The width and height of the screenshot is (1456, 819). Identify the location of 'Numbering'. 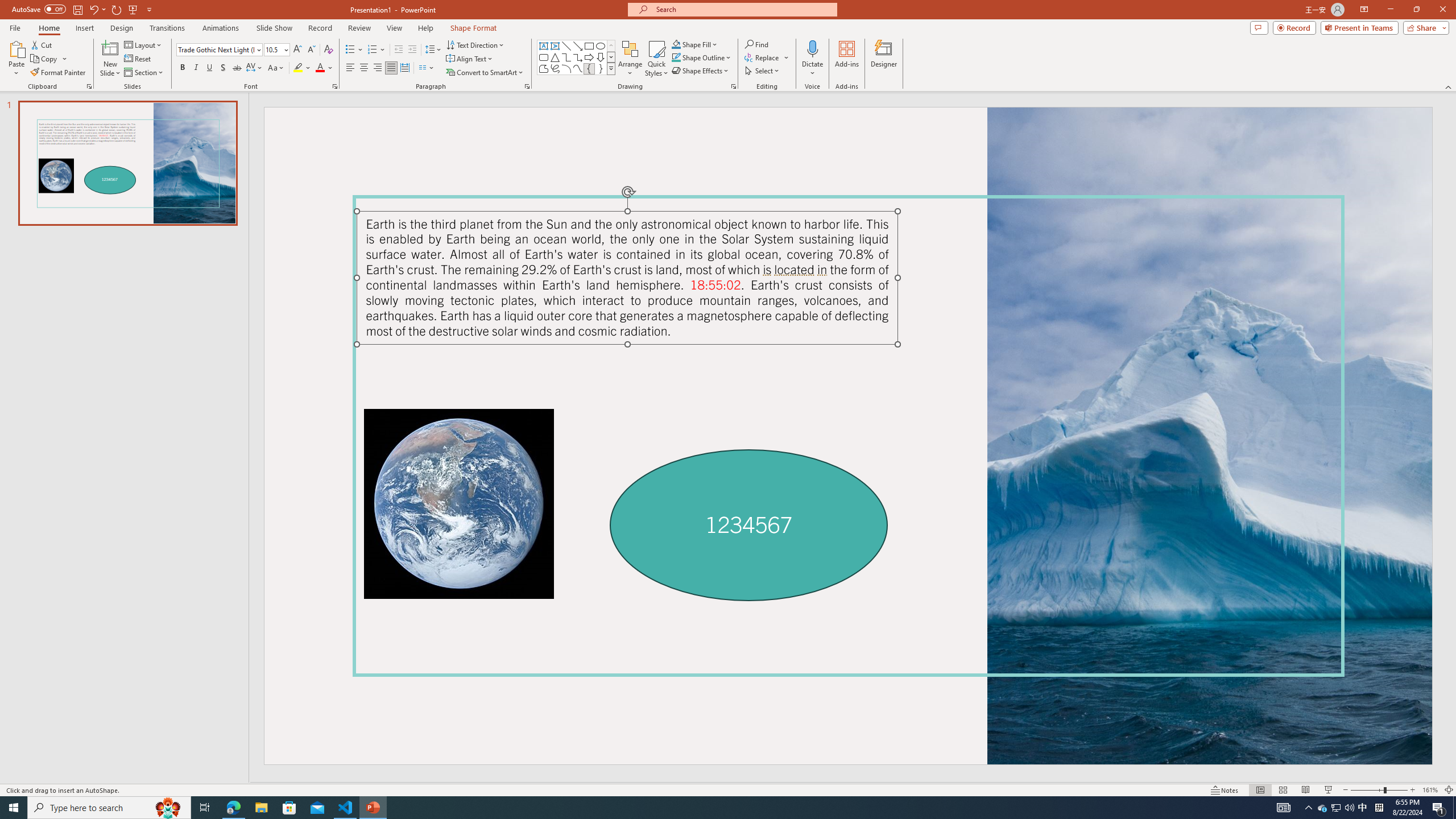
(377, 49).